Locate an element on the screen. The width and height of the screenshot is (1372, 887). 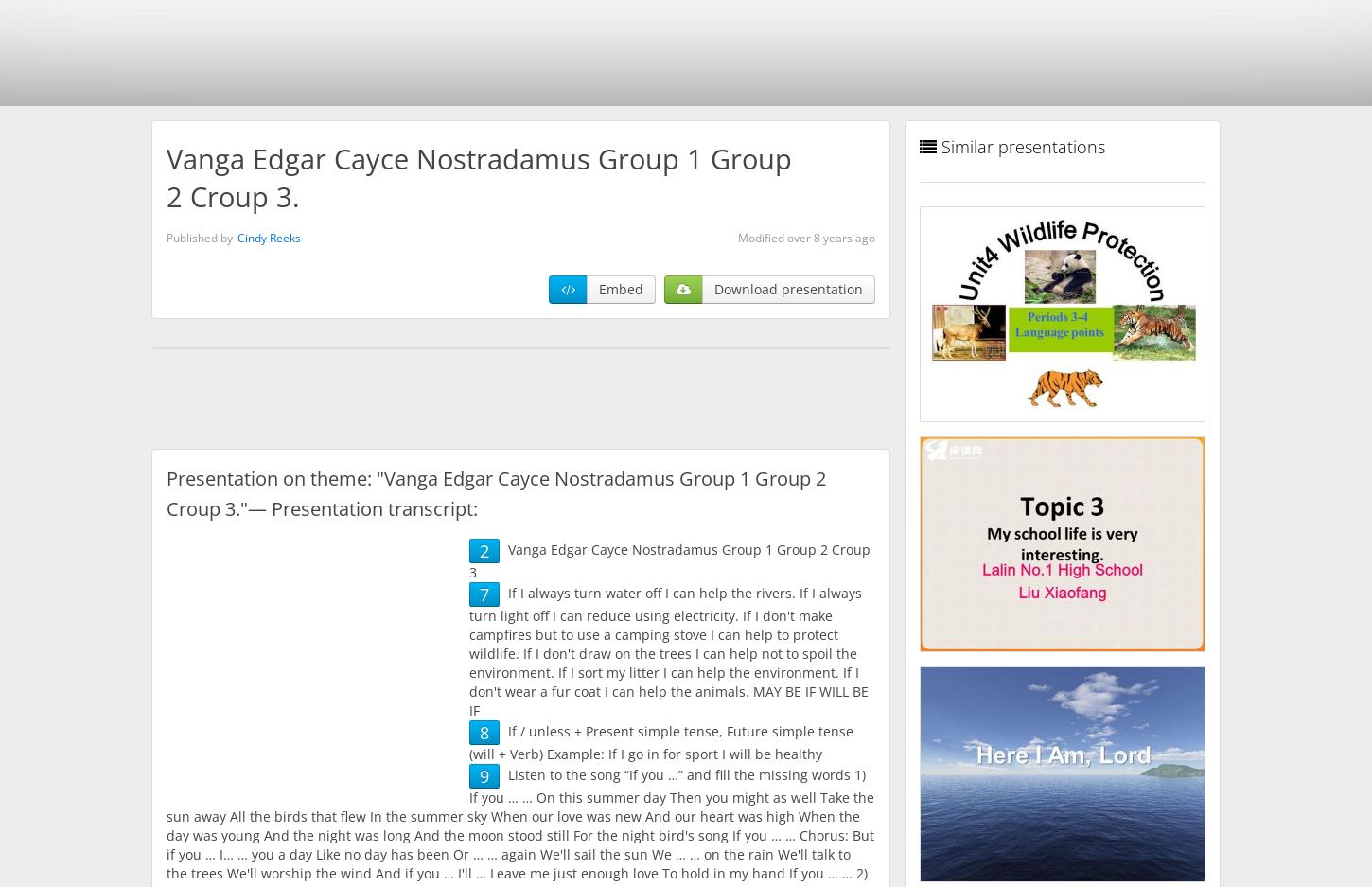
'Presentation on theme: "Vanga Edgar Cayce Nostradamus Group 1 Group 2 Croup 3."— Presentation transcript:' is located at coordinates (496, 492).